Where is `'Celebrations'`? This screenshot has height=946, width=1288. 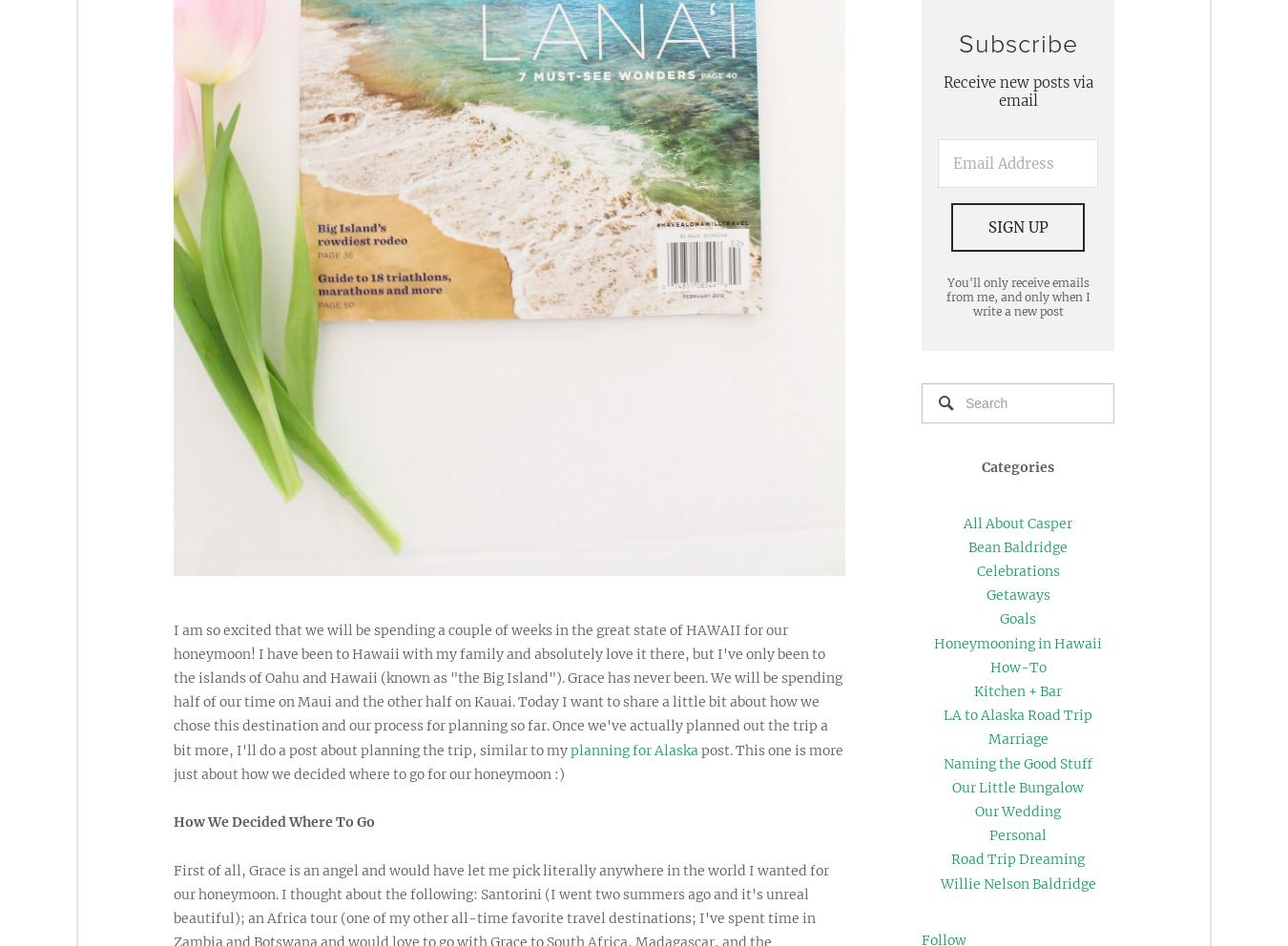 'Celebrations' is located at coordinates (1017, 569).